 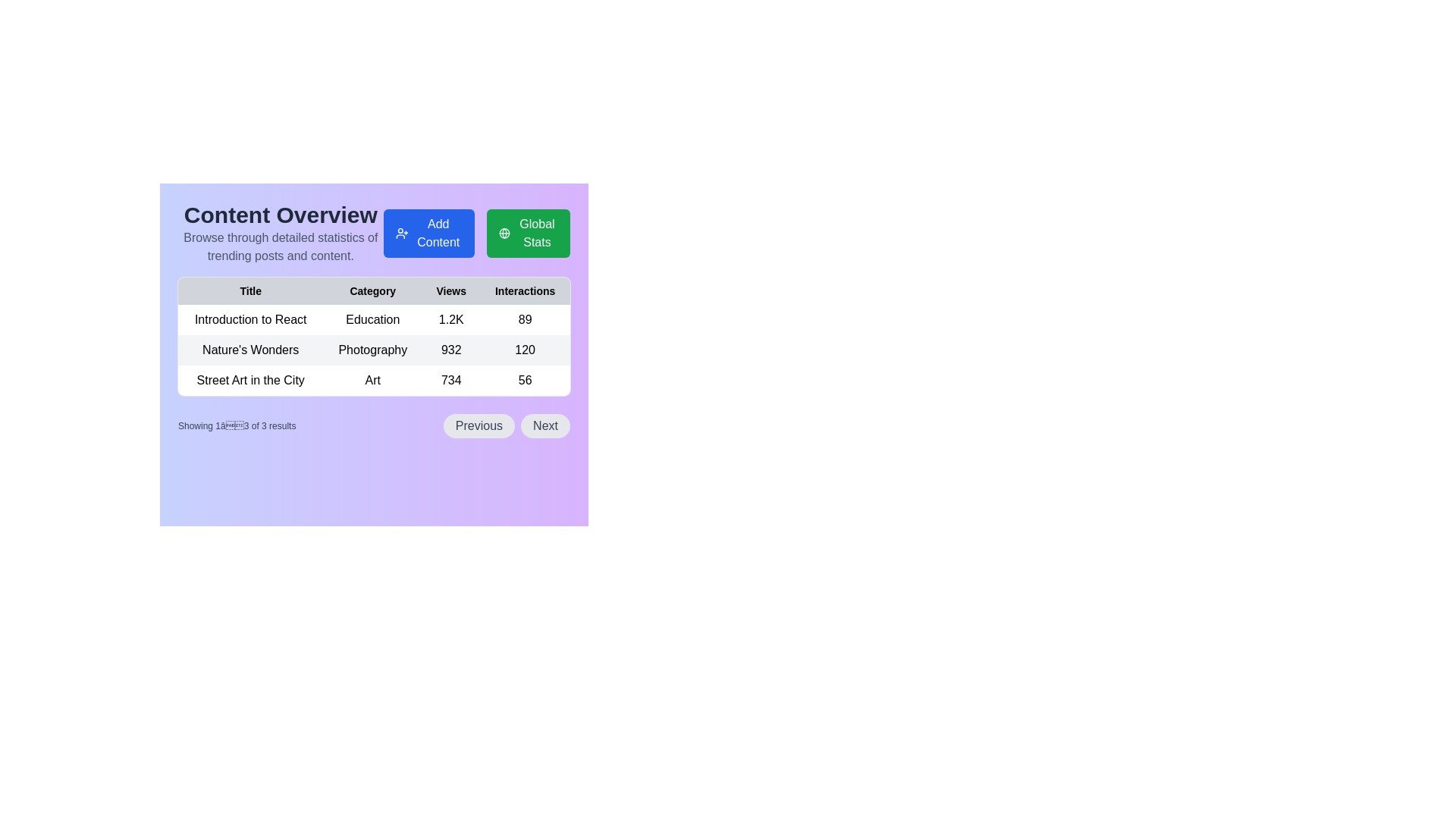 What do you see at coordinates (525, 318) in the screenshot?
I see `the Text cell containing the number '89' in the table under the 'Interactions' column, which is the fourth cell in the first row` at bounding box center [525, 318].